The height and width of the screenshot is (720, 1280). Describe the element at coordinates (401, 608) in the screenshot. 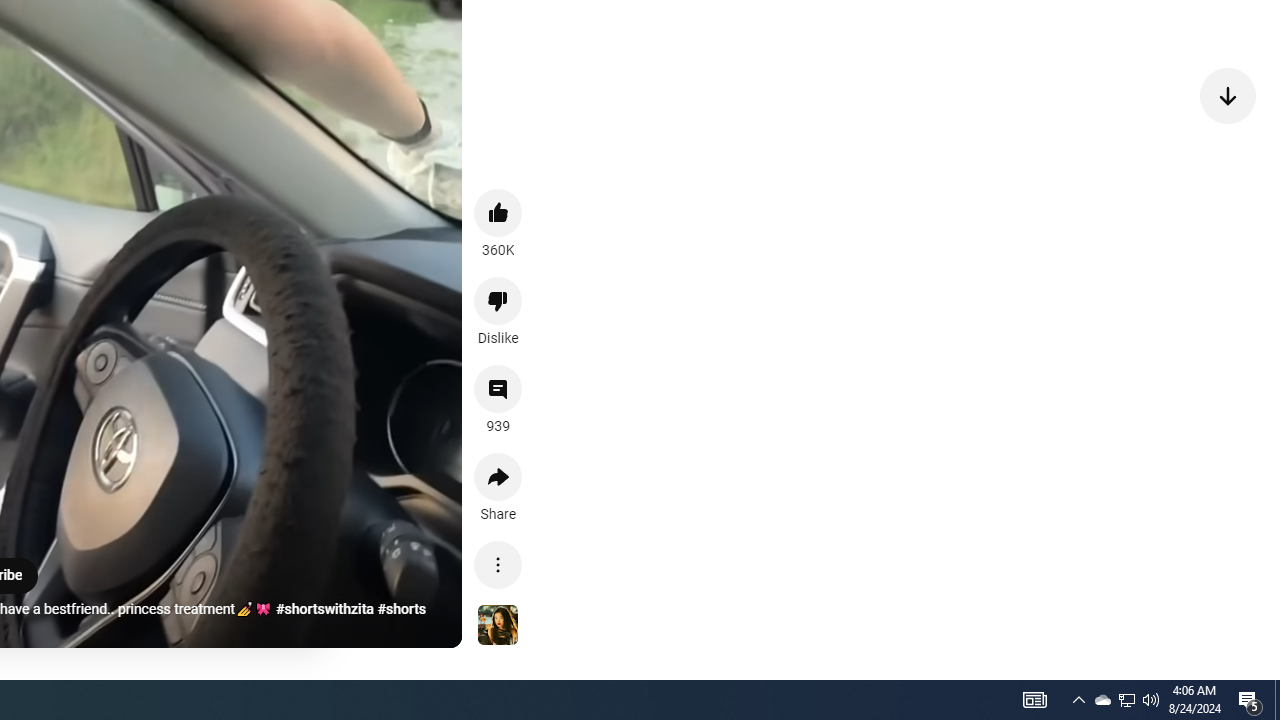

I see `'#shorts'` at that location.